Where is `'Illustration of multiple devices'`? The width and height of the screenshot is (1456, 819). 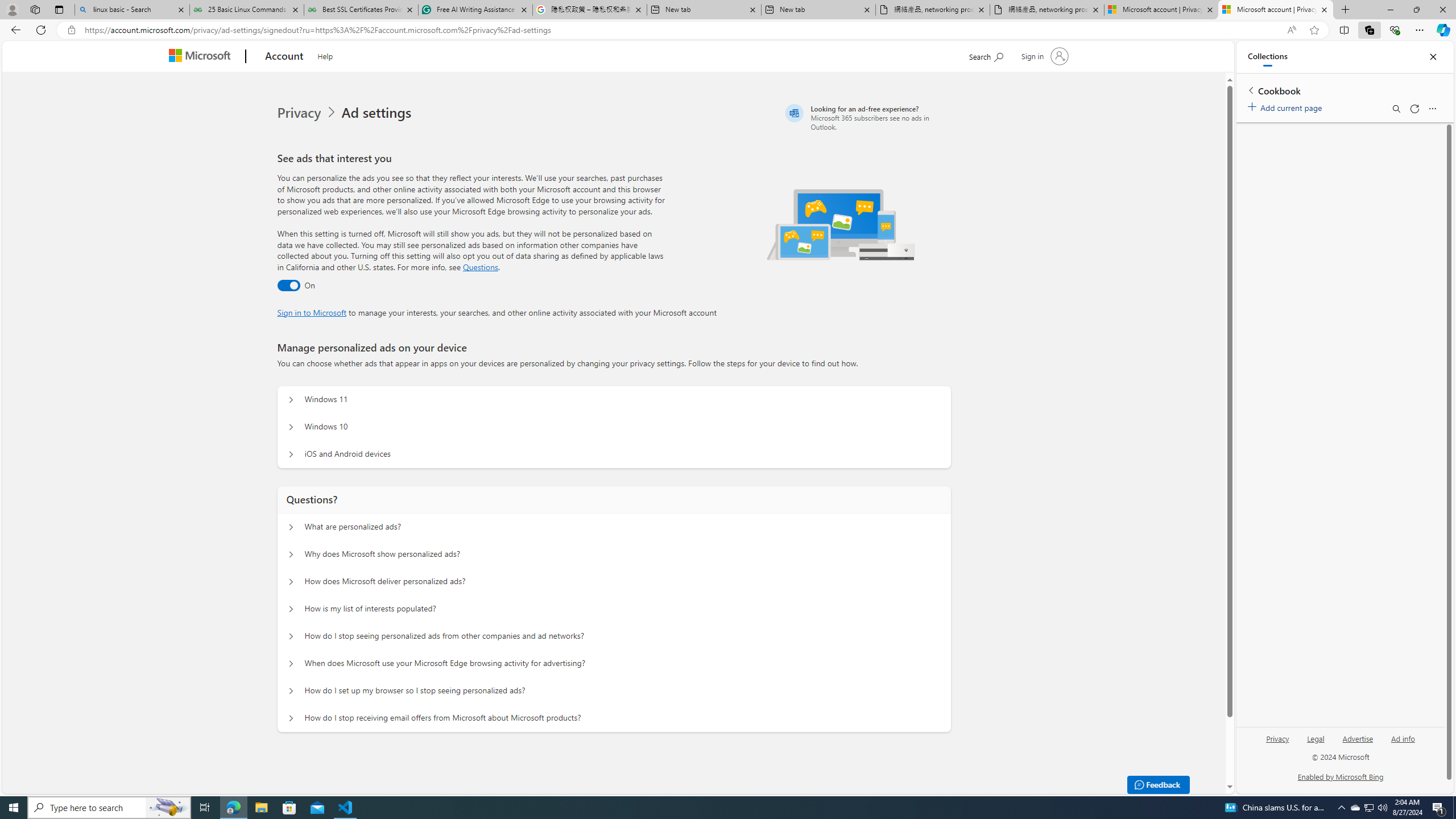
'Illustration of multiple devices' is located at coordinates (840, 224).